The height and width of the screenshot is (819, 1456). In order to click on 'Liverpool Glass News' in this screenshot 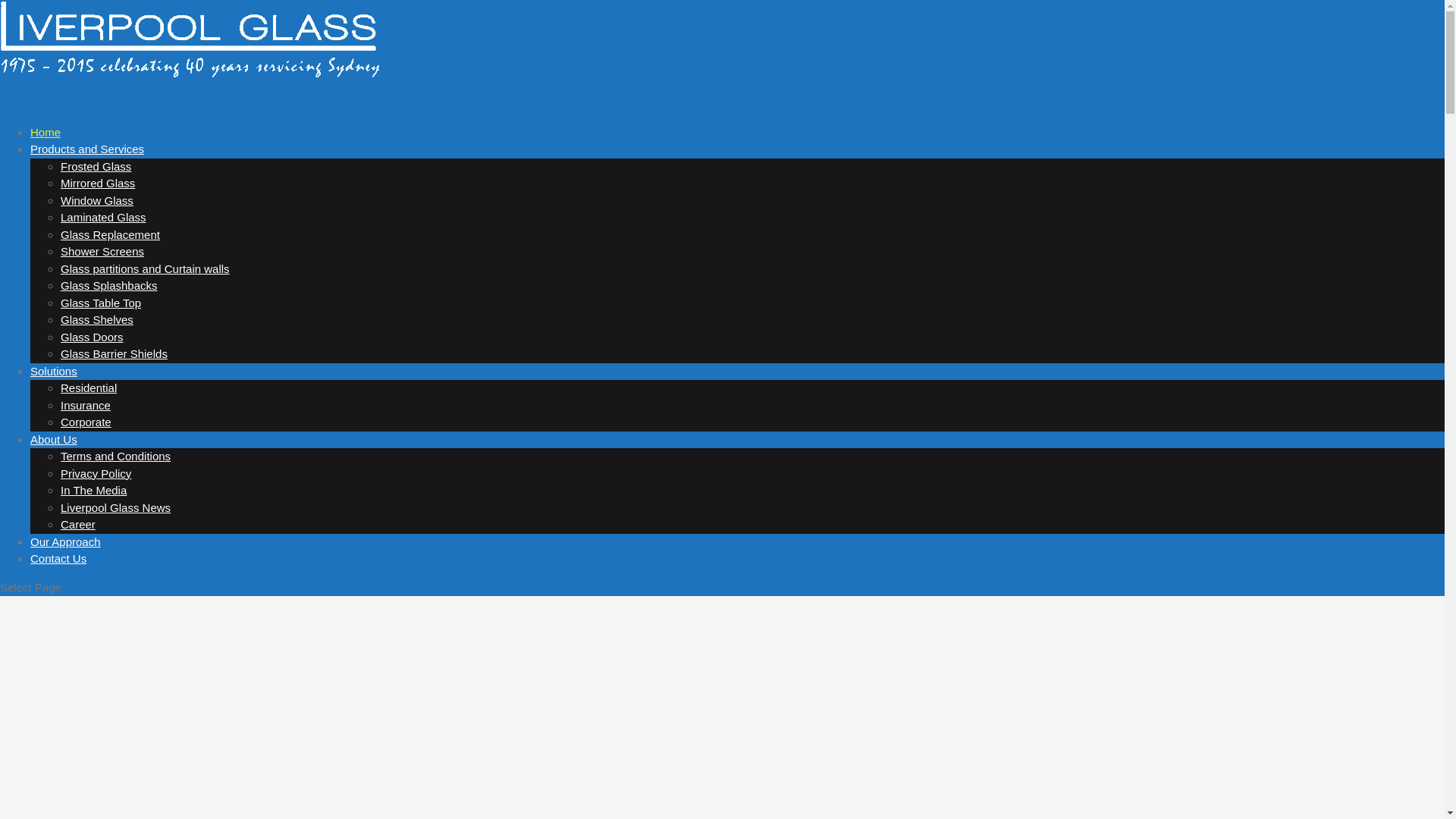, I will do `click(115, 507)`.